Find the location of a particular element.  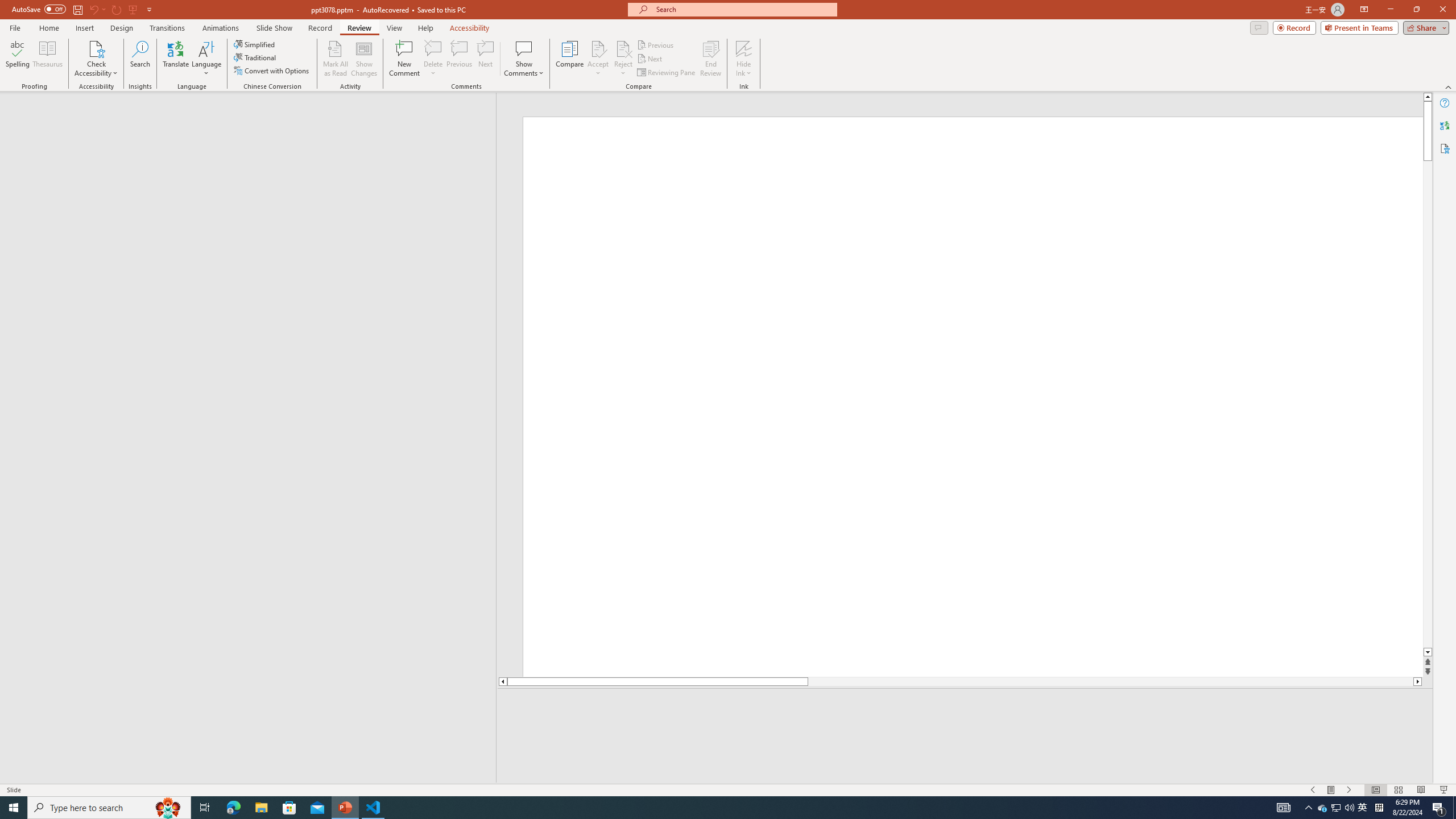

'Convert with Options...' is located at coordinates (271, 69).